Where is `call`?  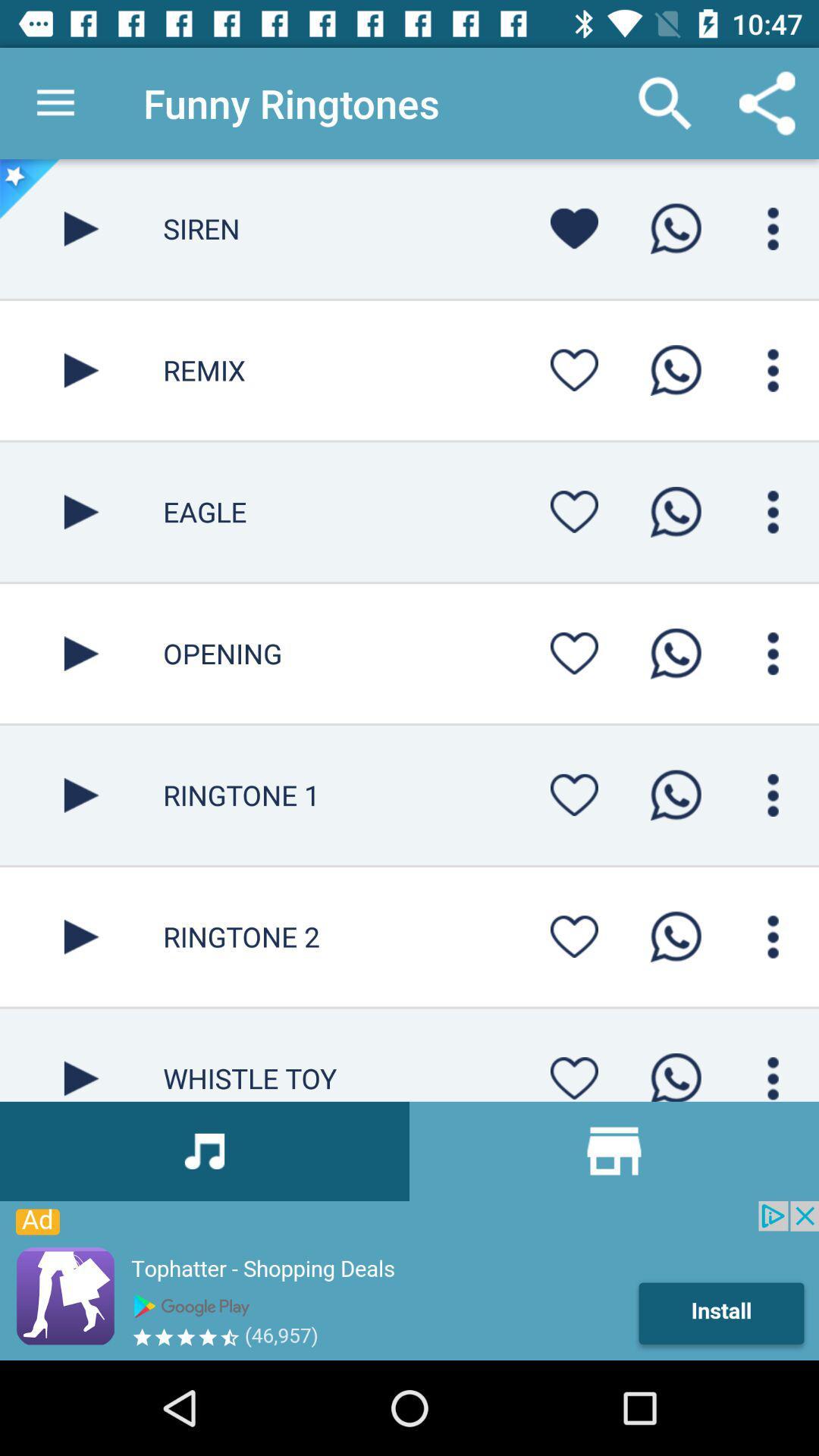
call is located at coordinates (675, 936).